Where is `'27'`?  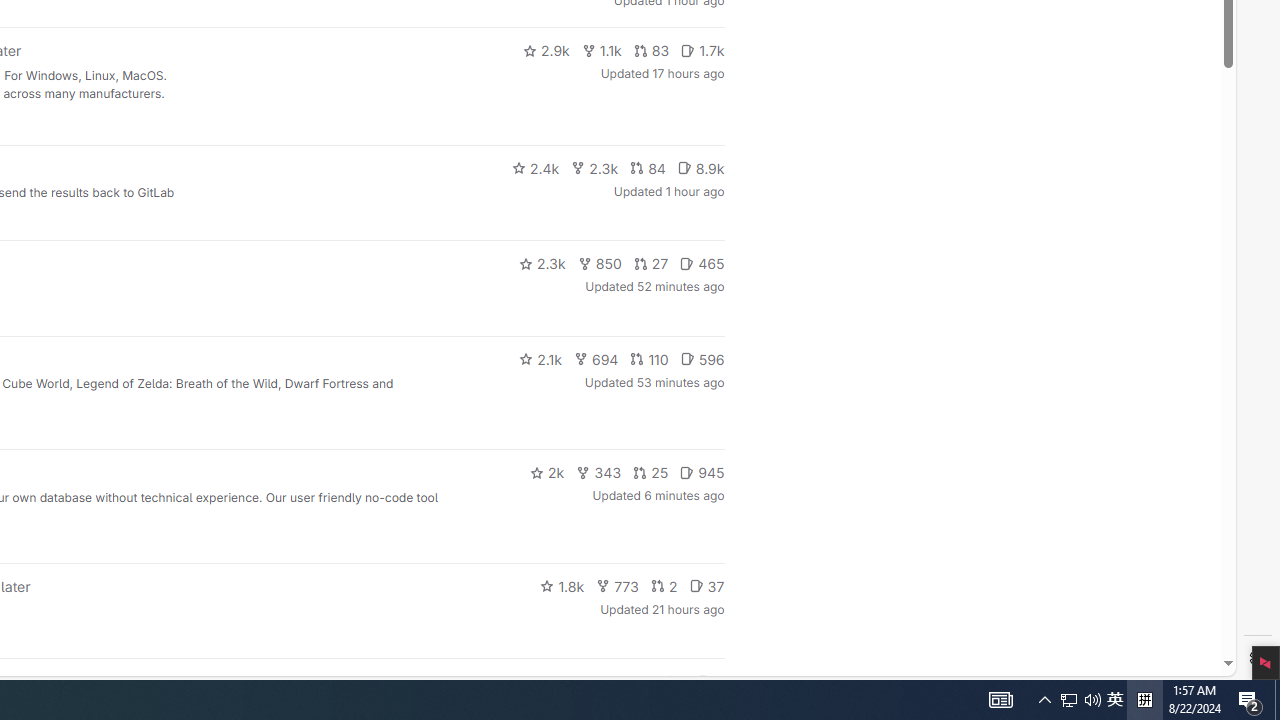 '27' is located at coordinates (651, 262).